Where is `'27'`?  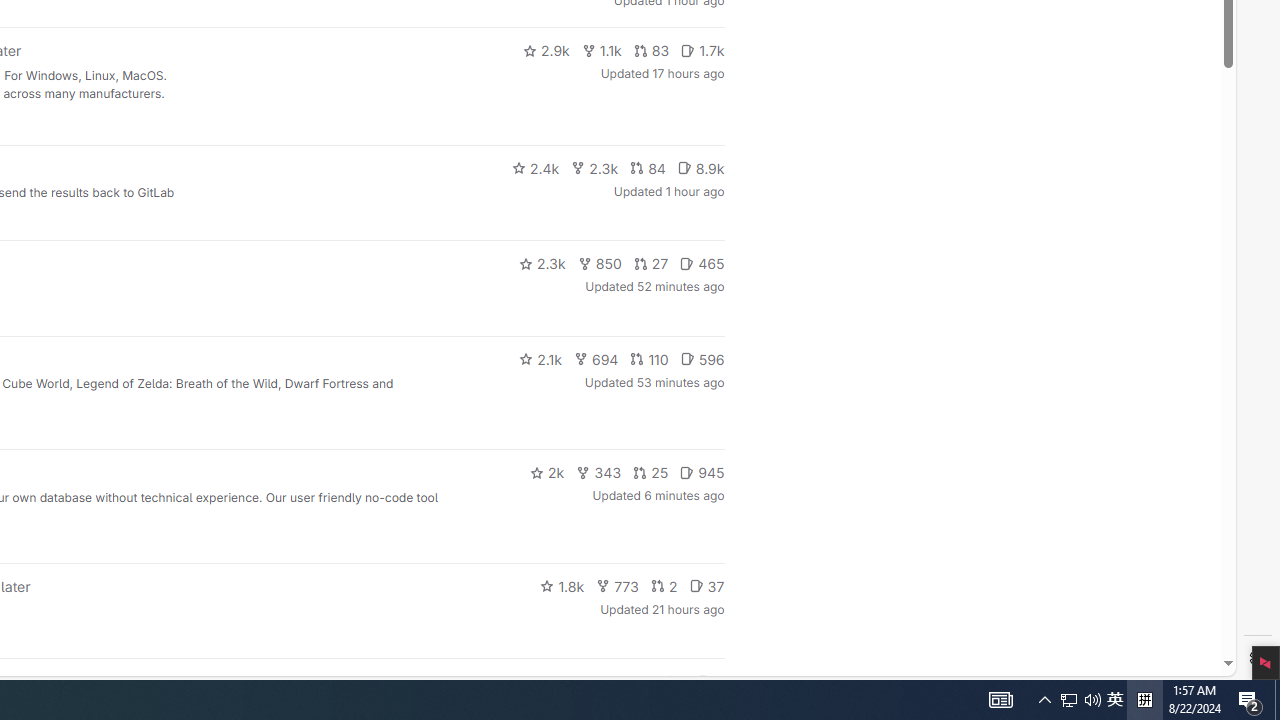 '27' is located at coordinates (651, 262).